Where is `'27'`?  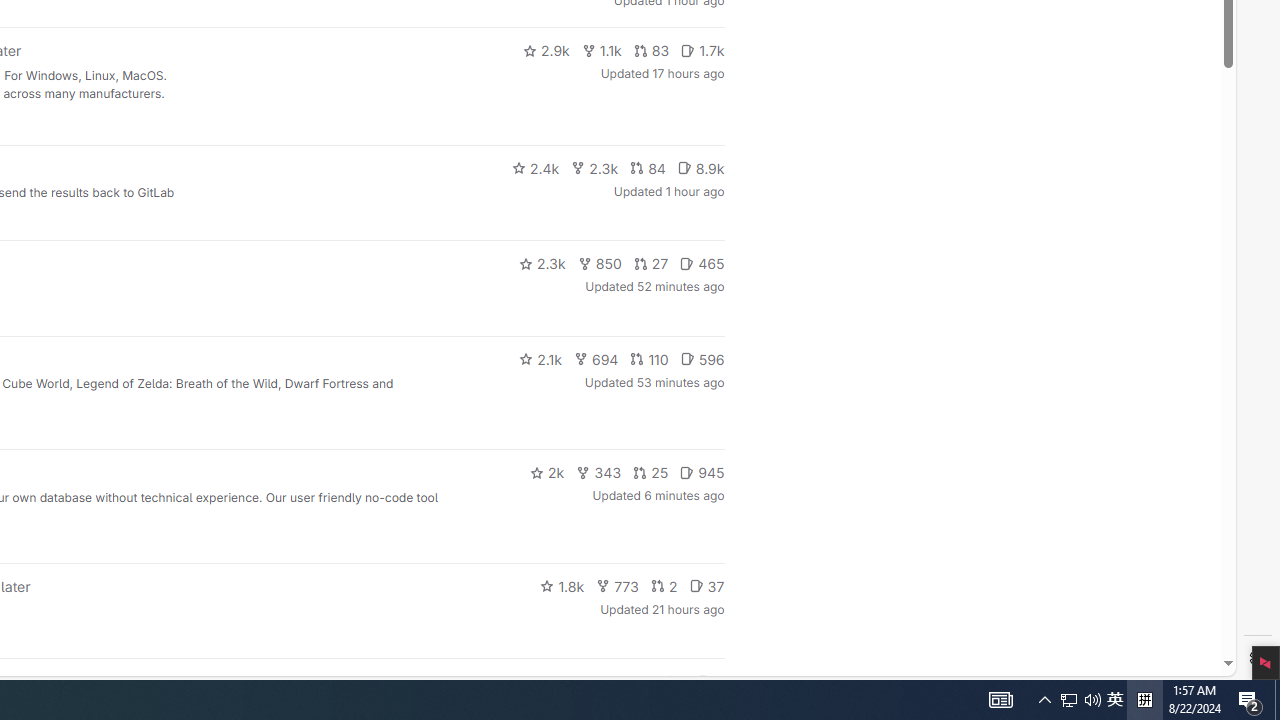 '27' is located at coordinates (651, 262).